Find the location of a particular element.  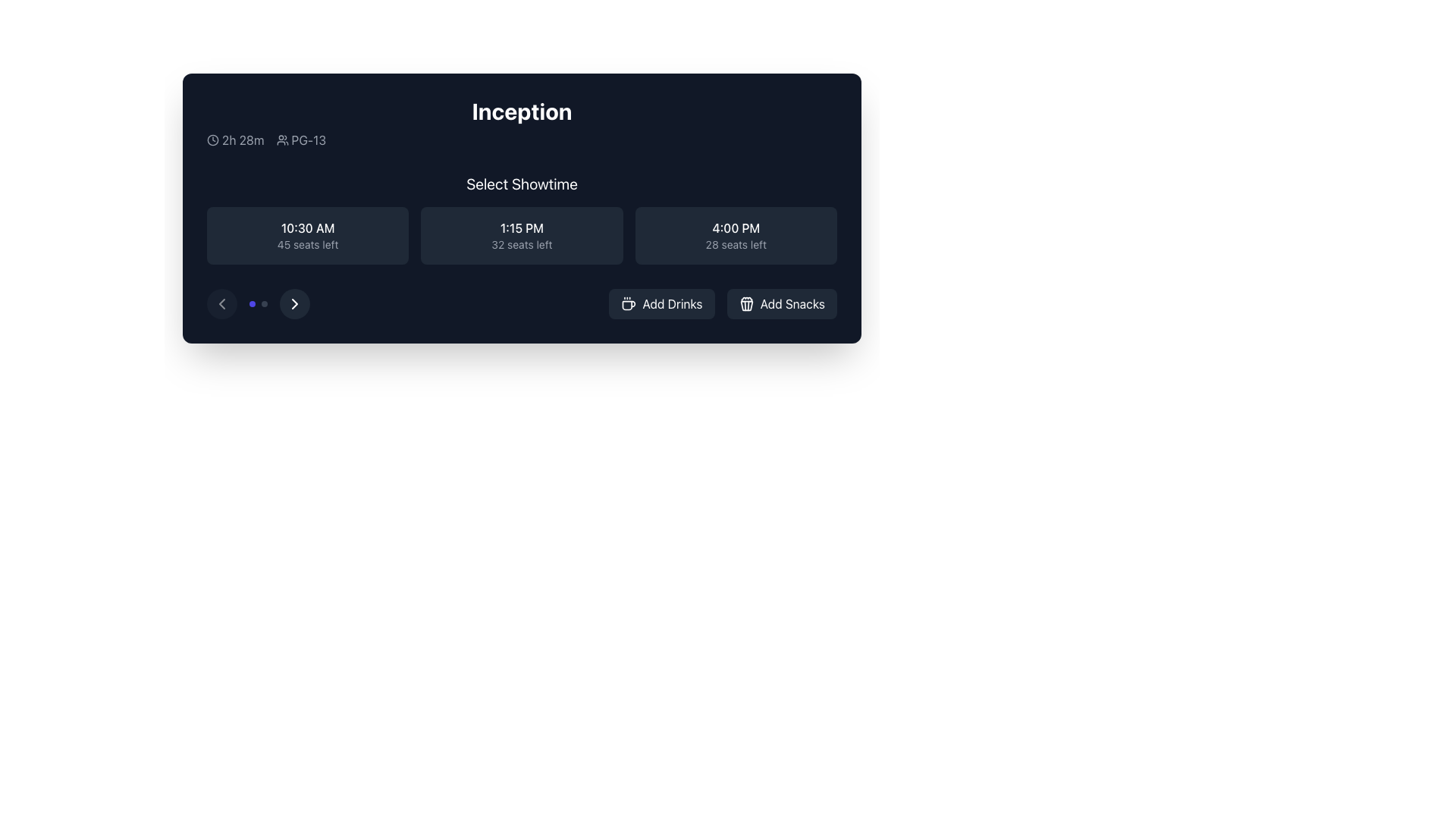

the informational text element indicating the number of available seats for the showtime at 1:15 PM, located within the 'Select Showtime' section is located at coordinates (522, 244).